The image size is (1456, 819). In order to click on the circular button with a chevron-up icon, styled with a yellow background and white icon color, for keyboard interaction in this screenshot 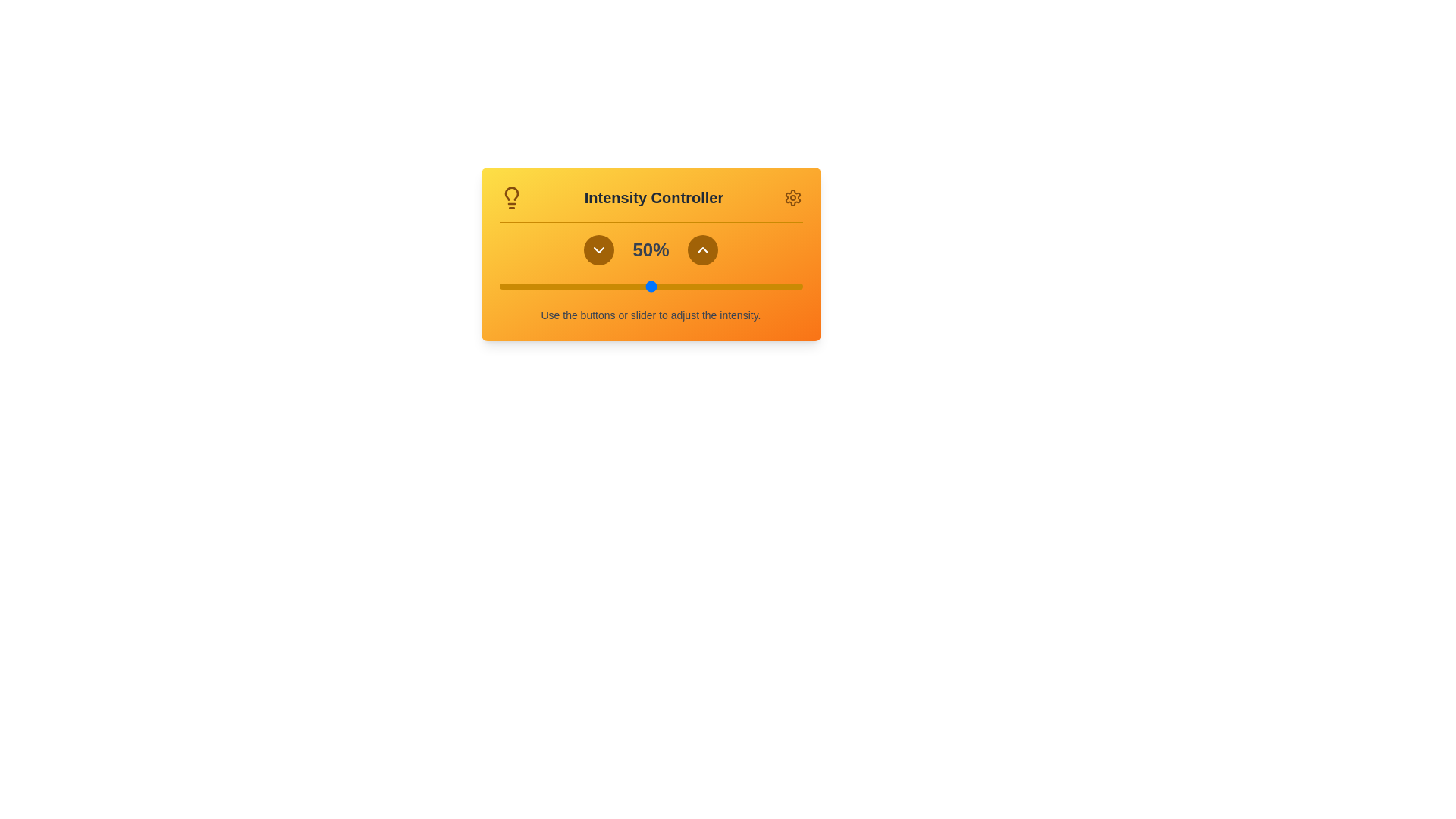, I will do `click(701, 249)`.